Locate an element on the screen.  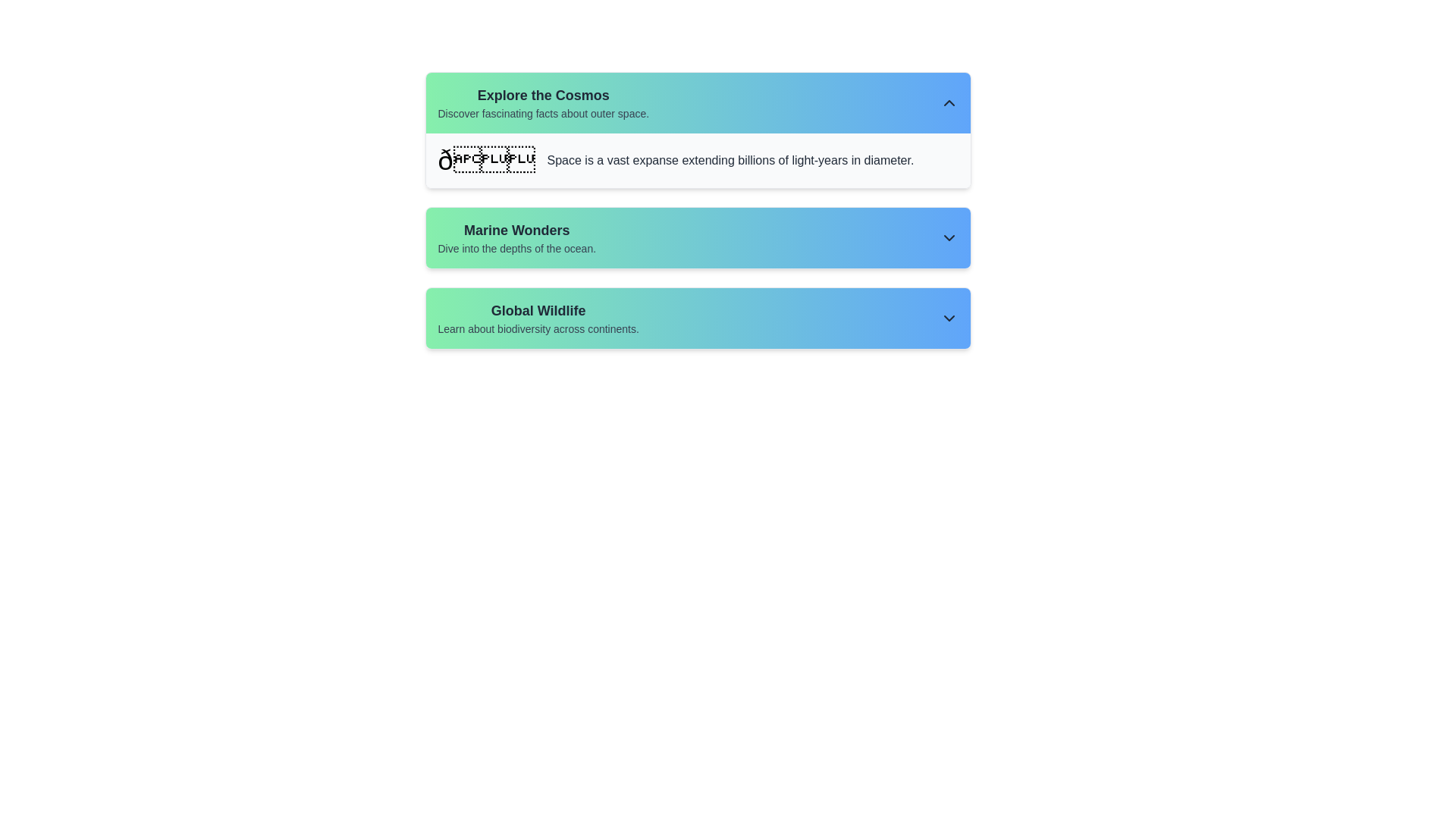
the Decorative emoji or icon at the beginning of the 'Explore the Cosmos' segment, which serves as a visual indicator for the content that follows is located at coordinates (486, 161).